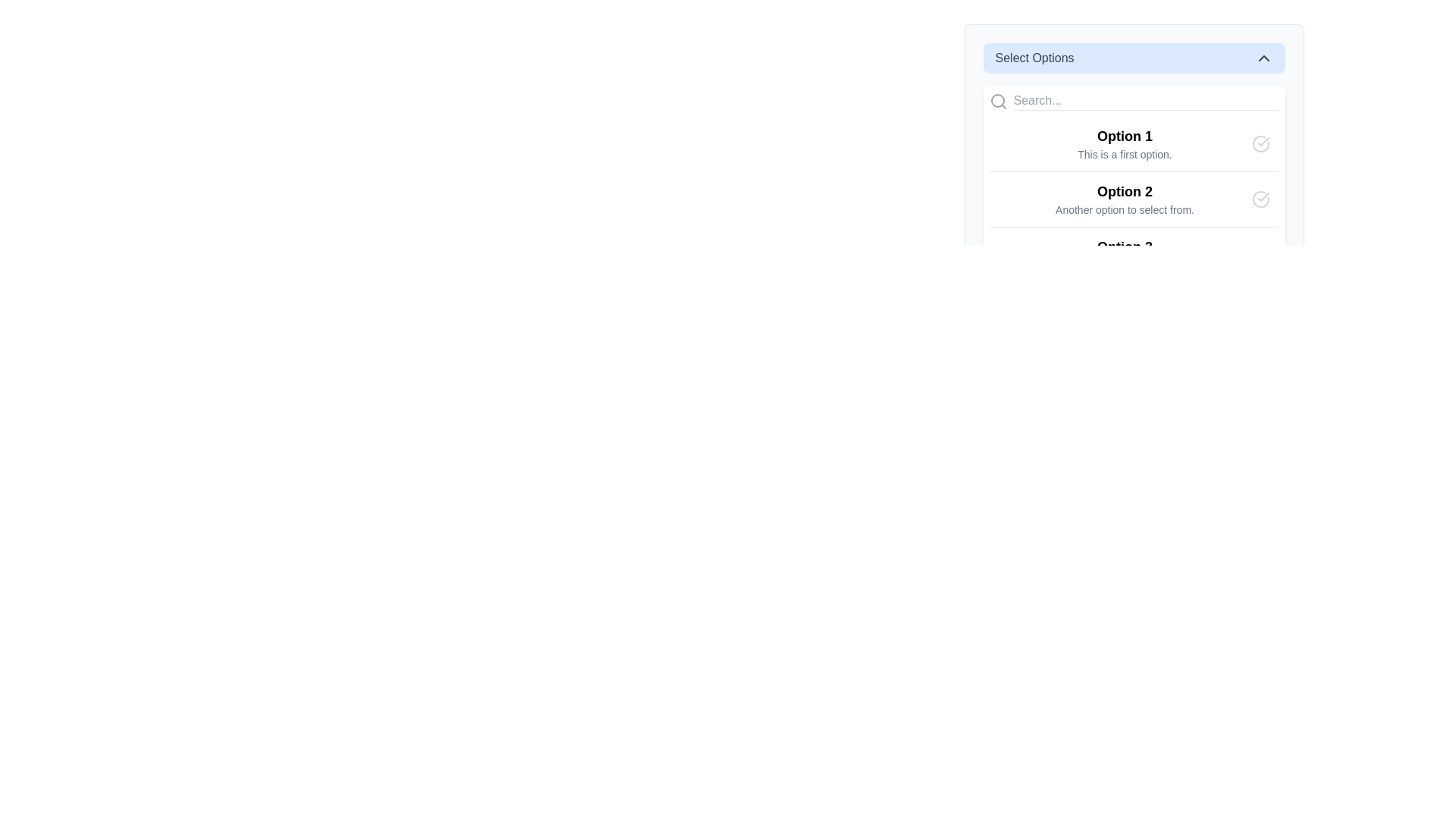 This screenshot has width=1456, height=819. Describe the element at coordinates (1260, 143) in the screenshot. I see `the status icon indicating the selection for 'Option 1', located at the far right edge of its corresponding item in the interactive list` at that location.